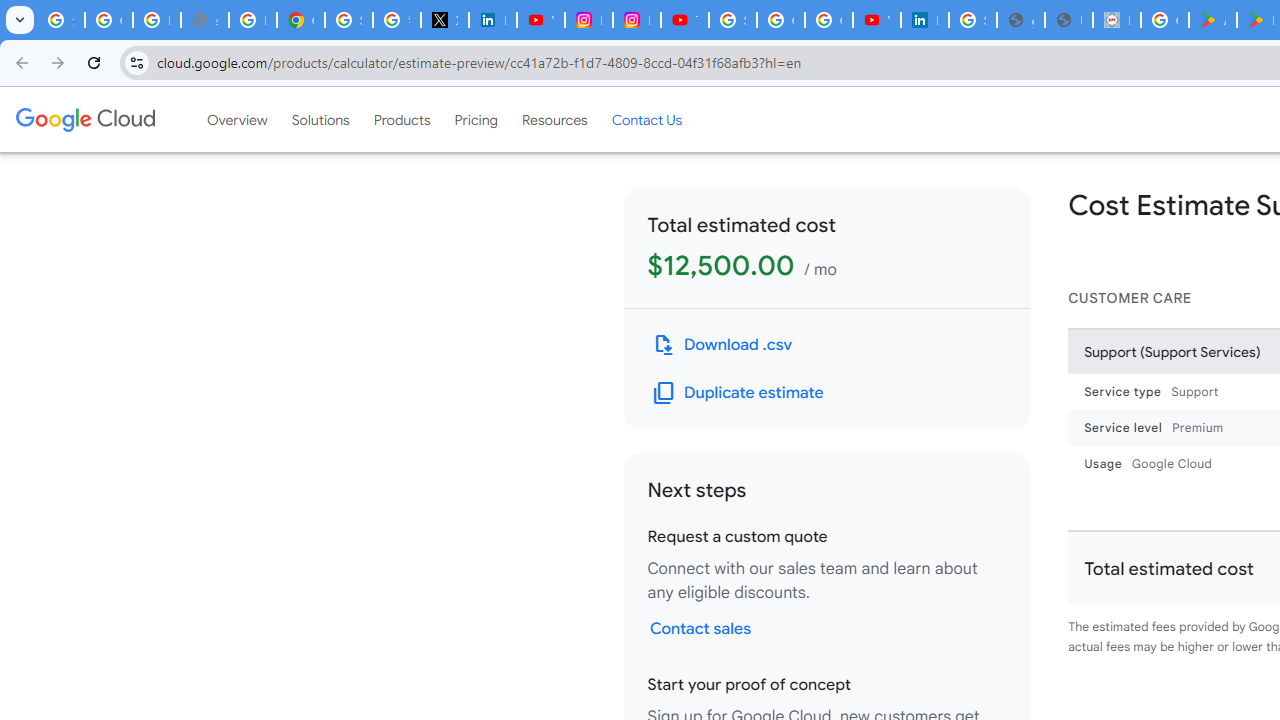  I want to click on 'support.google.com - Network error', so click(204, 20).